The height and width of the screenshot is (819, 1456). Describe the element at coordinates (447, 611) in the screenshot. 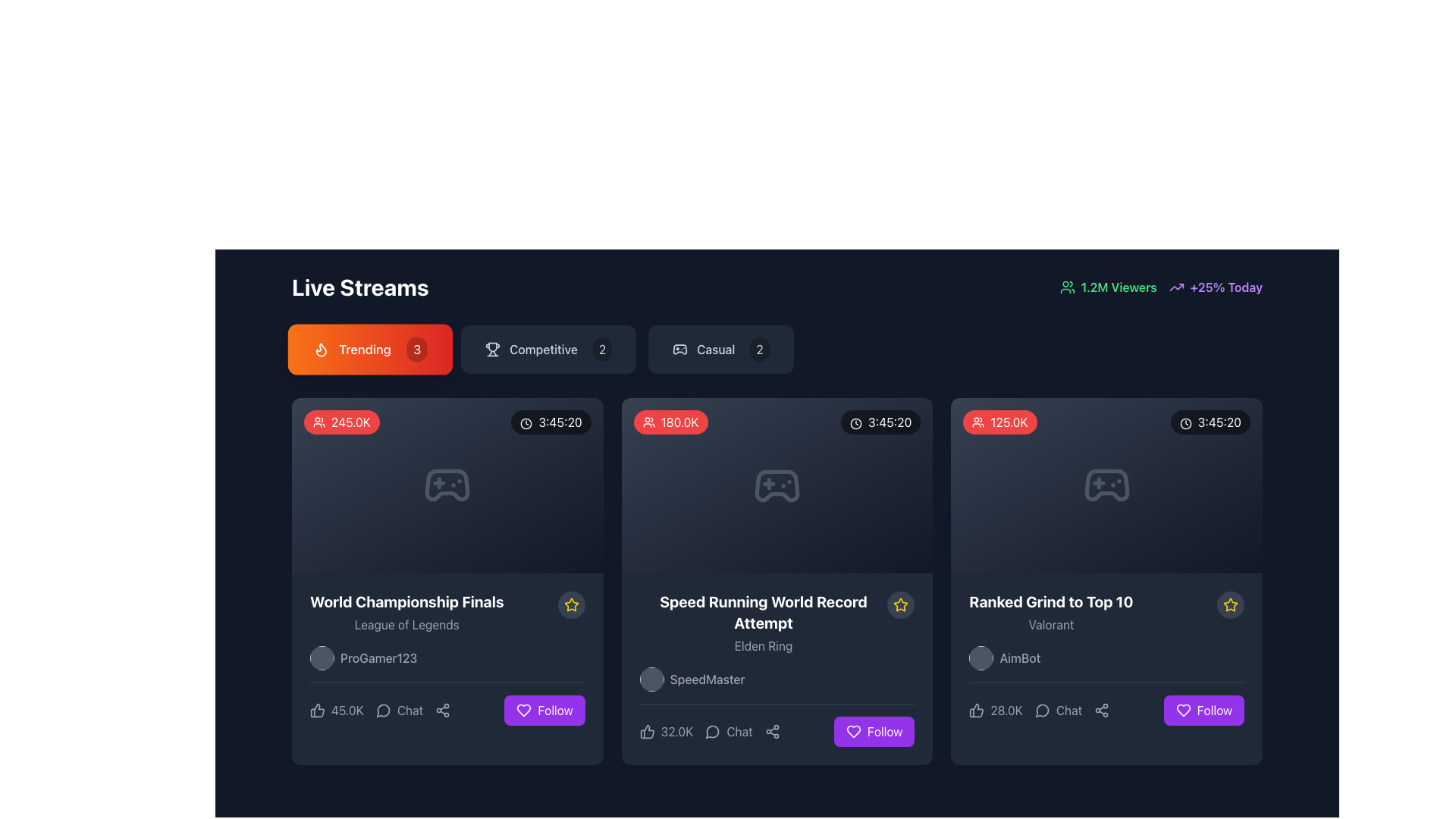

I see `text from the composite text block displaying the title 'World Championship Finals' and subtitle 'League of Legends', located in the first card layout` at that location.